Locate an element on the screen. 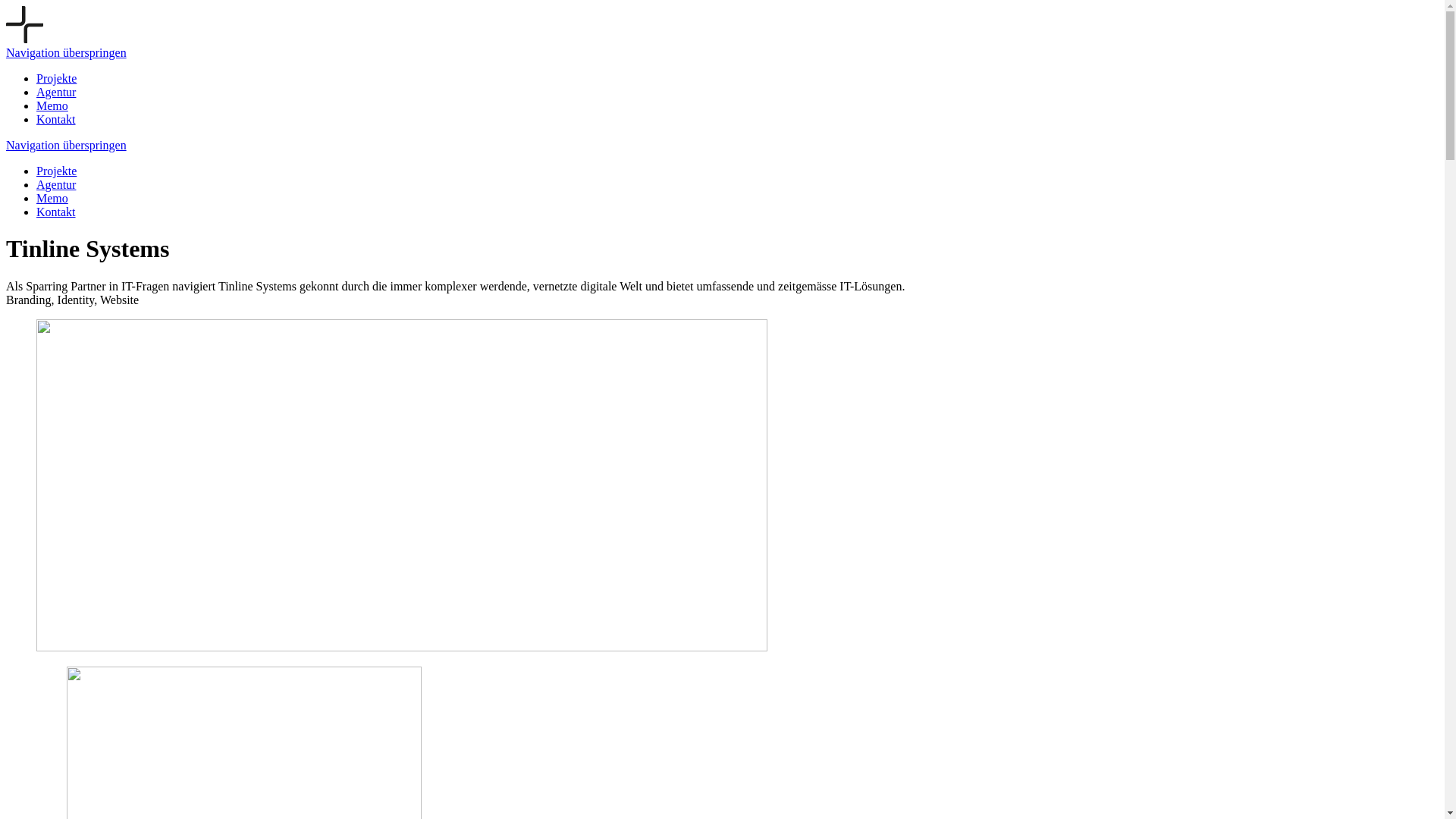 The height and width of the screenshot is (819, 1456). 'Projekte' is located at coordinates (56, 171).